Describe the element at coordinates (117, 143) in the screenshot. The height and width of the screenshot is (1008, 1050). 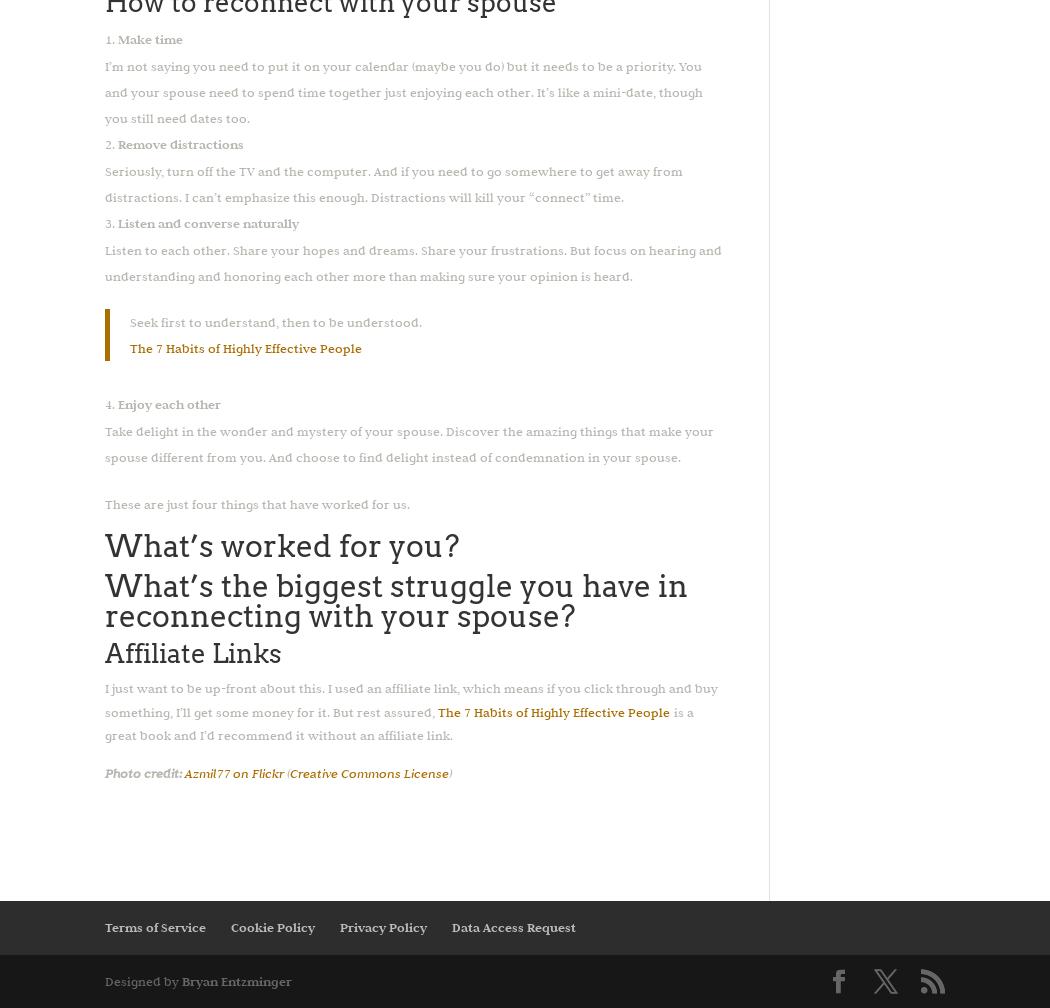
I see `'Remove distractions'` at that location.